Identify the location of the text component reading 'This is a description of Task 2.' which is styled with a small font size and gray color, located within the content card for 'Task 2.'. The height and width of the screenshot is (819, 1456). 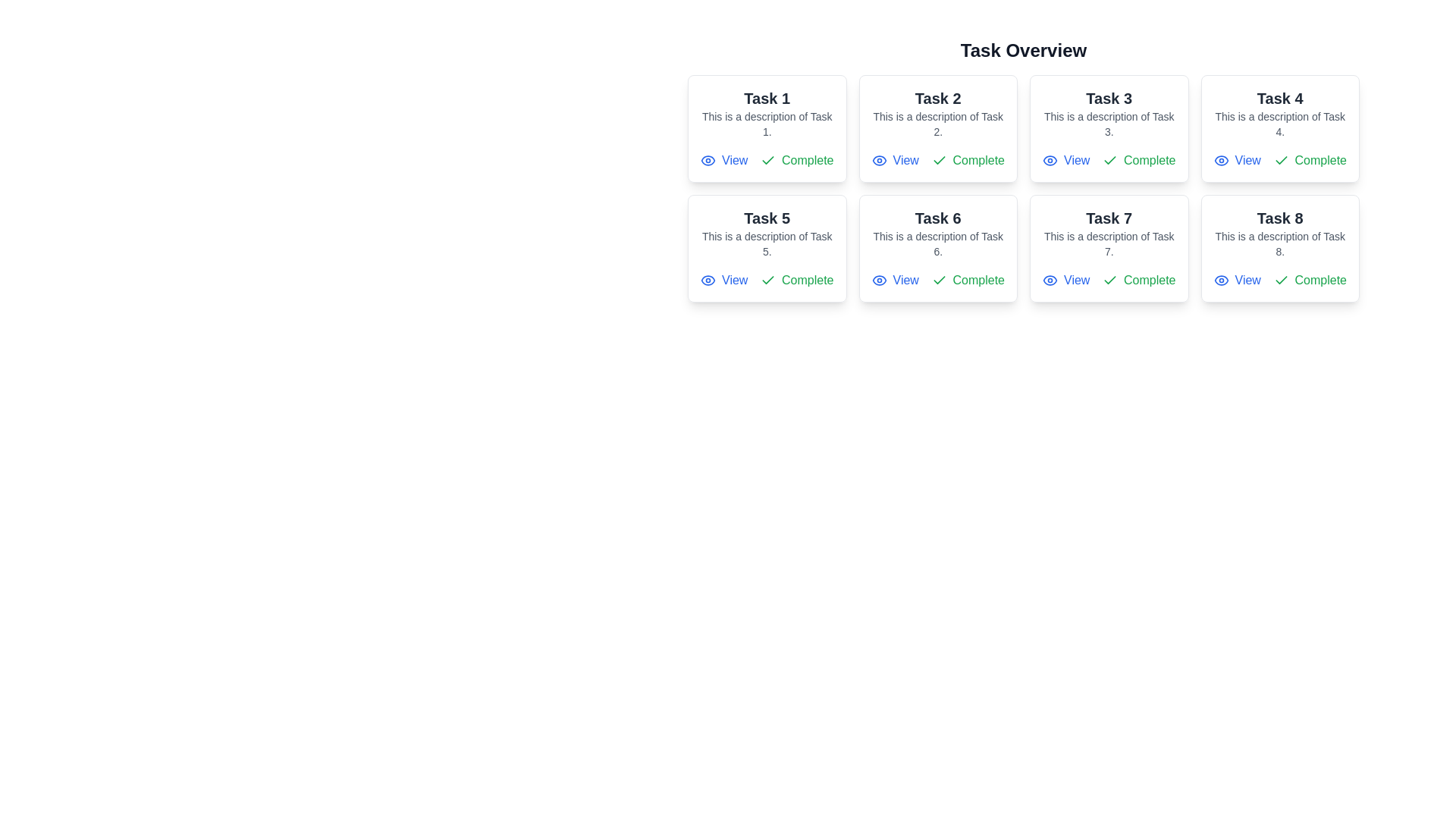
(937, 124).